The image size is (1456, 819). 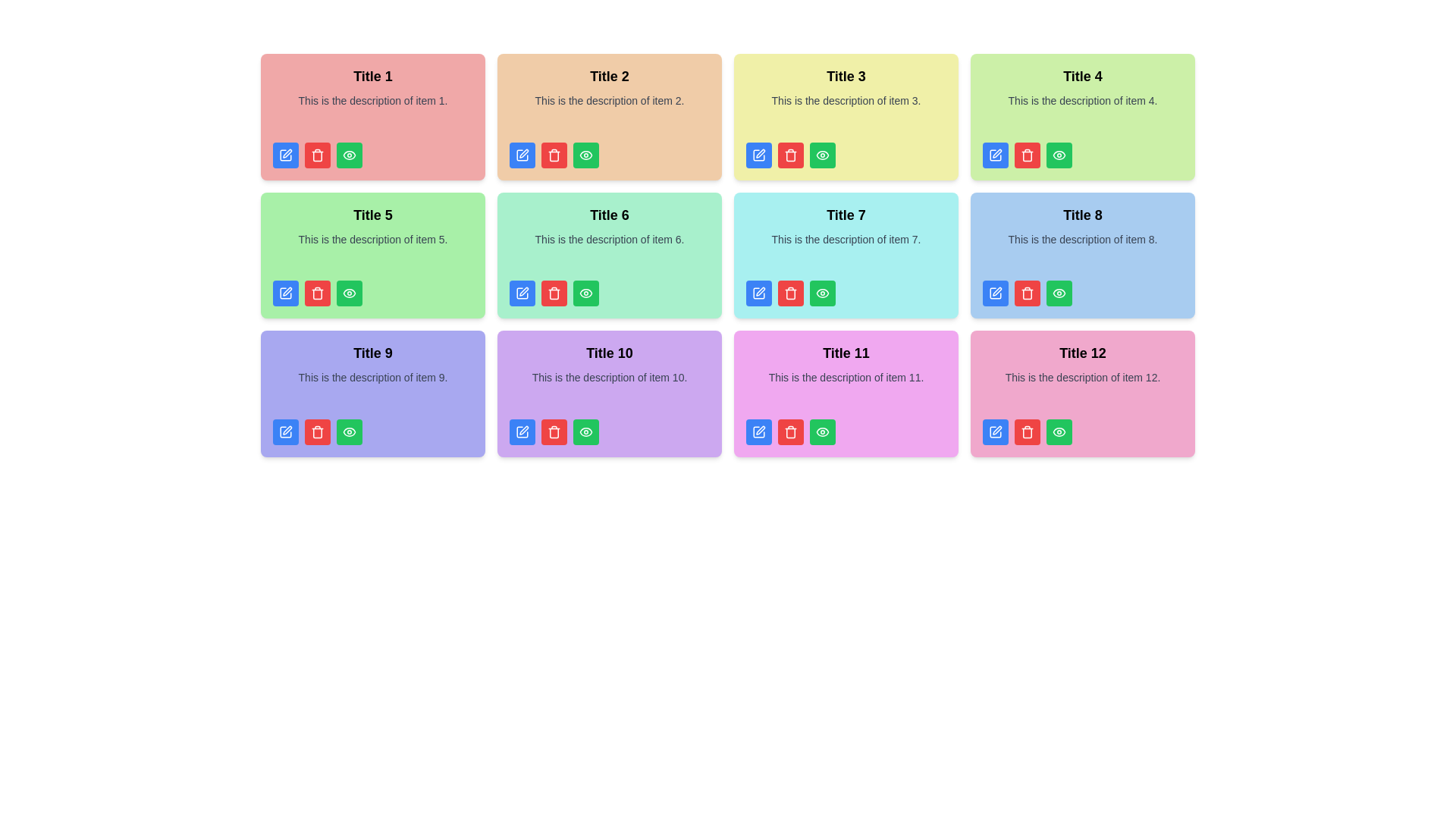 I want to click on the portion of the trash icon graphic that signifies deletion actions, located at the bottom-middle of the SVG group for the trash can, directly below the lid and above the bin's body, beneath the card labeled 'Title 10', so click(x=553, y=432).